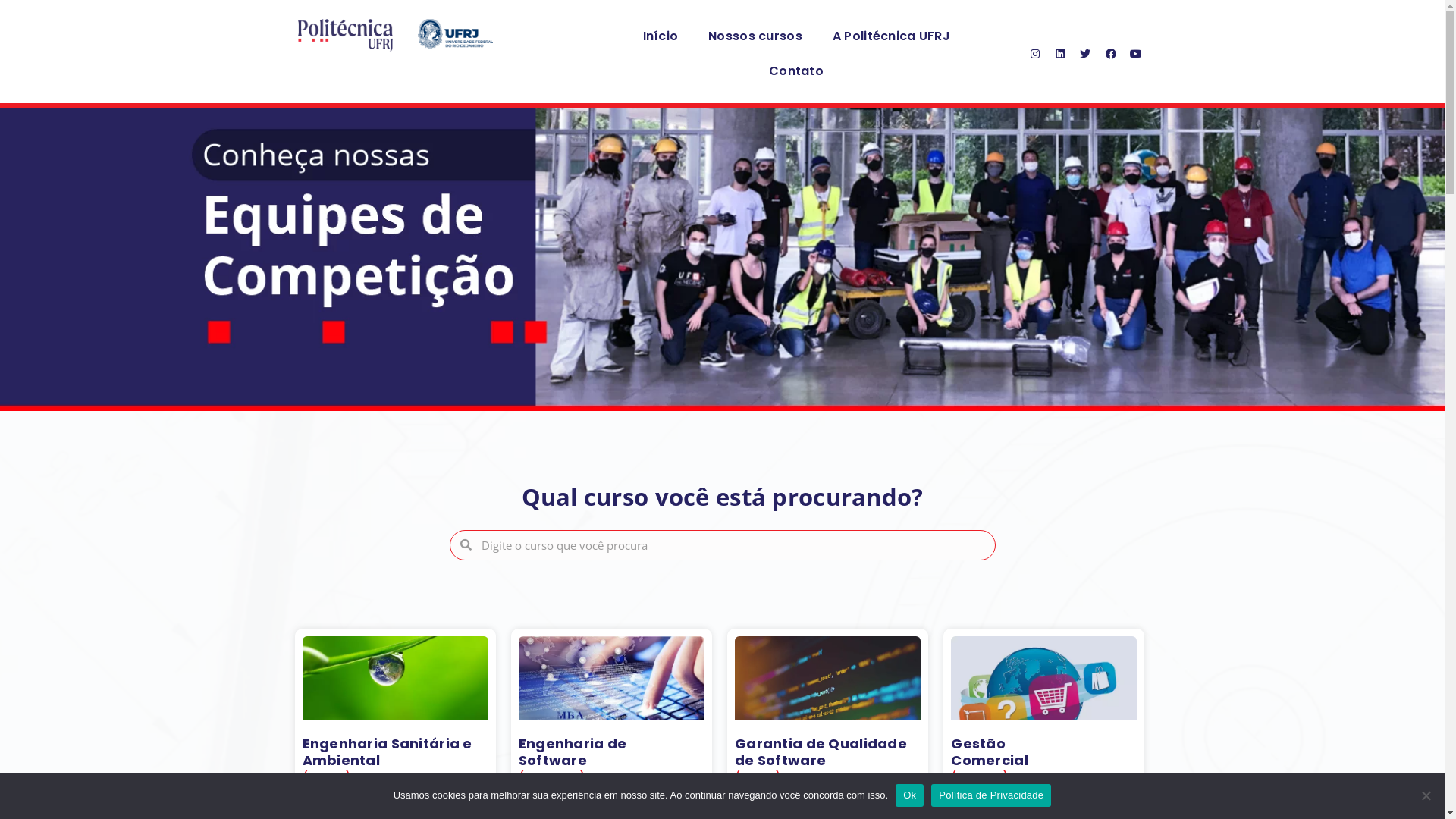  Describe the element at coordinates (795, 71) in the screenshot. I see `'Contato'` at that location.